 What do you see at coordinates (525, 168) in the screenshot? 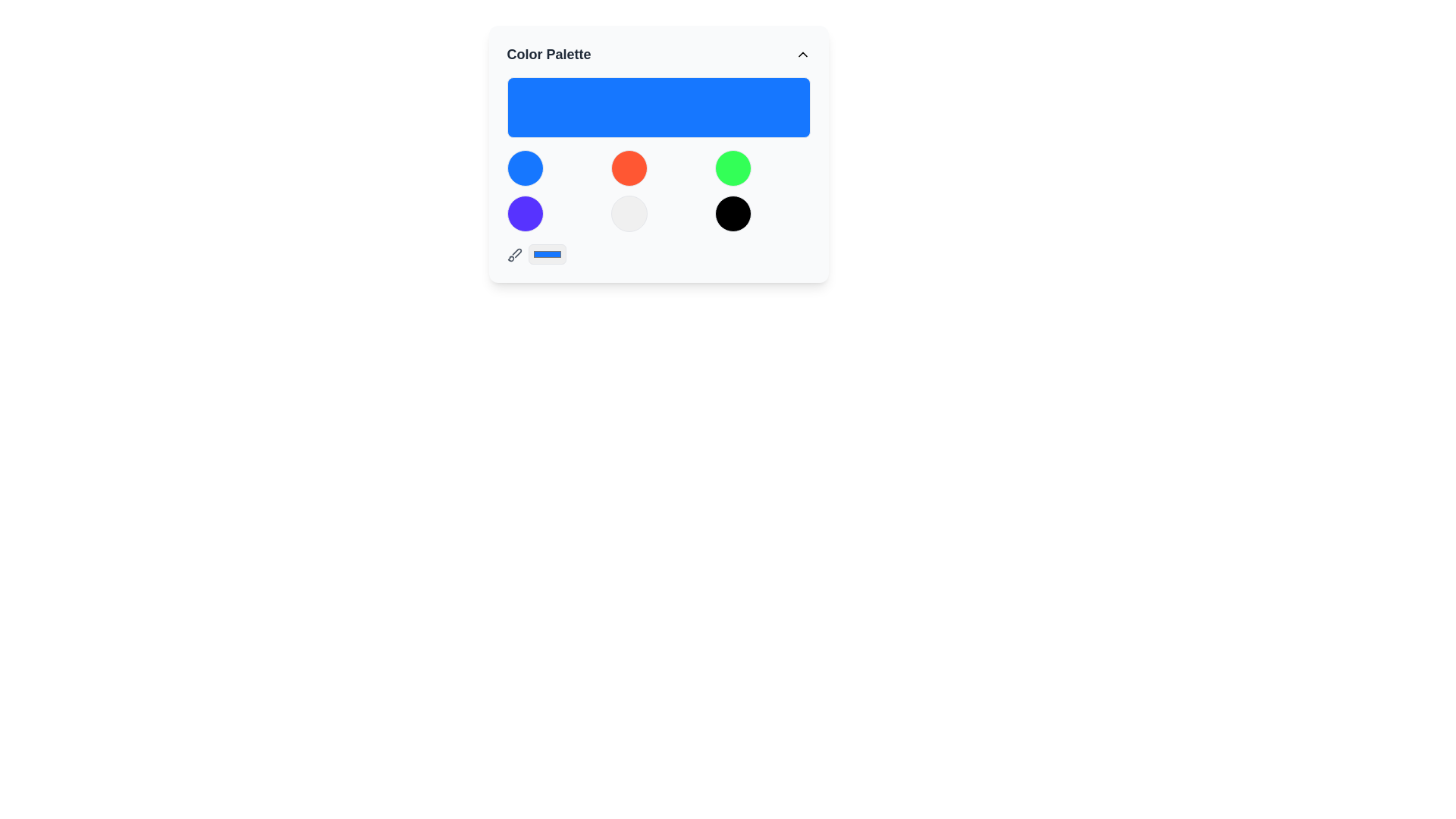
I see `the first blue circular button in the grid layout under the 'Color Palette' title` at bounding box center [525, 168].